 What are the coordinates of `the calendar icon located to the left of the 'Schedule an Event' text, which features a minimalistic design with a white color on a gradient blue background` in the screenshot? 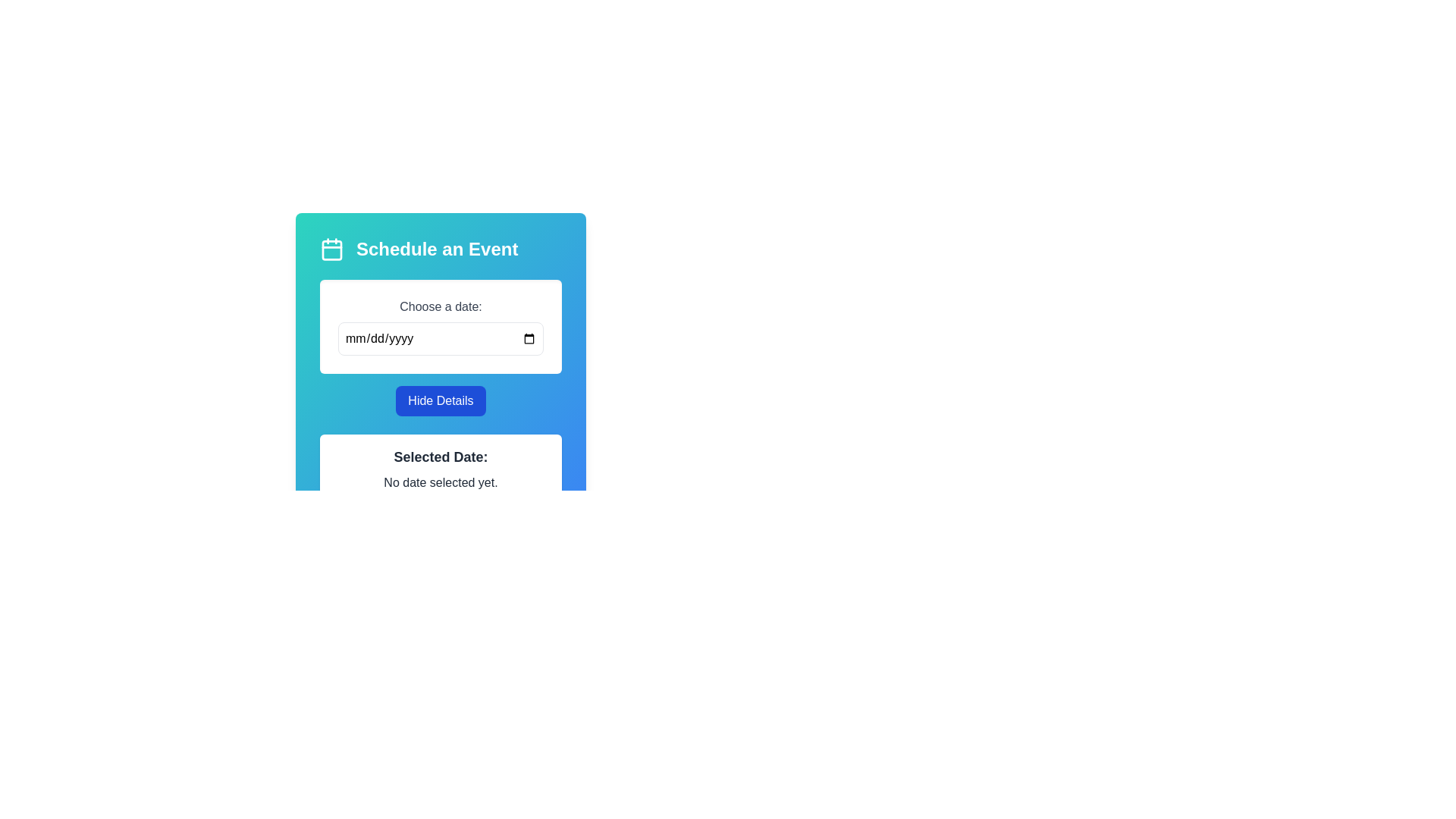 It's located at (331, 248).